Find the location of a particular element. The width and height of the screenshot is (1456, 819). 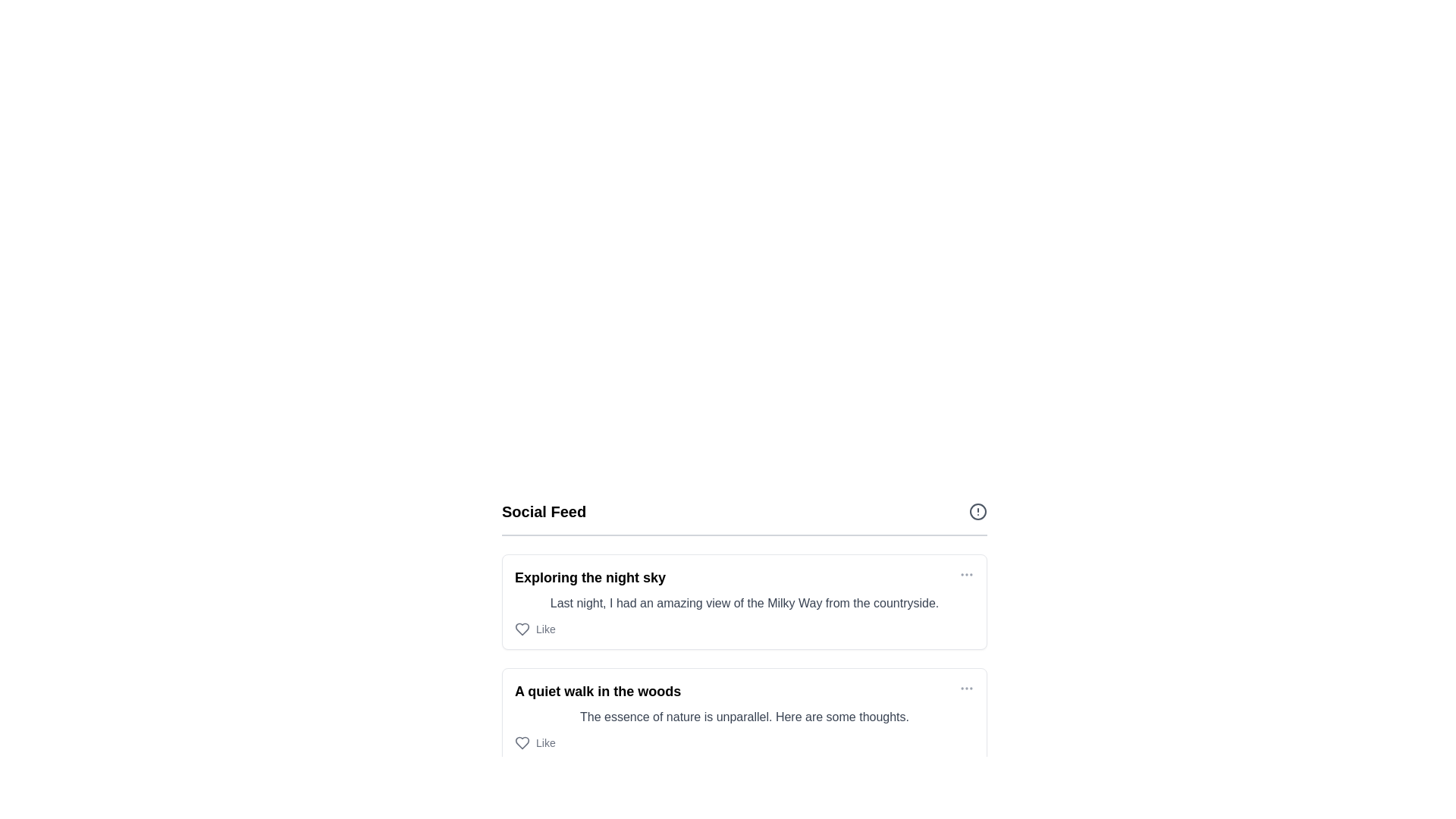

the text component styled in gray with the content: 'The essence of nature is unparallel. Here are some thoughts.' located beneath the header 'A quiet walk in the woods' is located at coordinates (745, 717).